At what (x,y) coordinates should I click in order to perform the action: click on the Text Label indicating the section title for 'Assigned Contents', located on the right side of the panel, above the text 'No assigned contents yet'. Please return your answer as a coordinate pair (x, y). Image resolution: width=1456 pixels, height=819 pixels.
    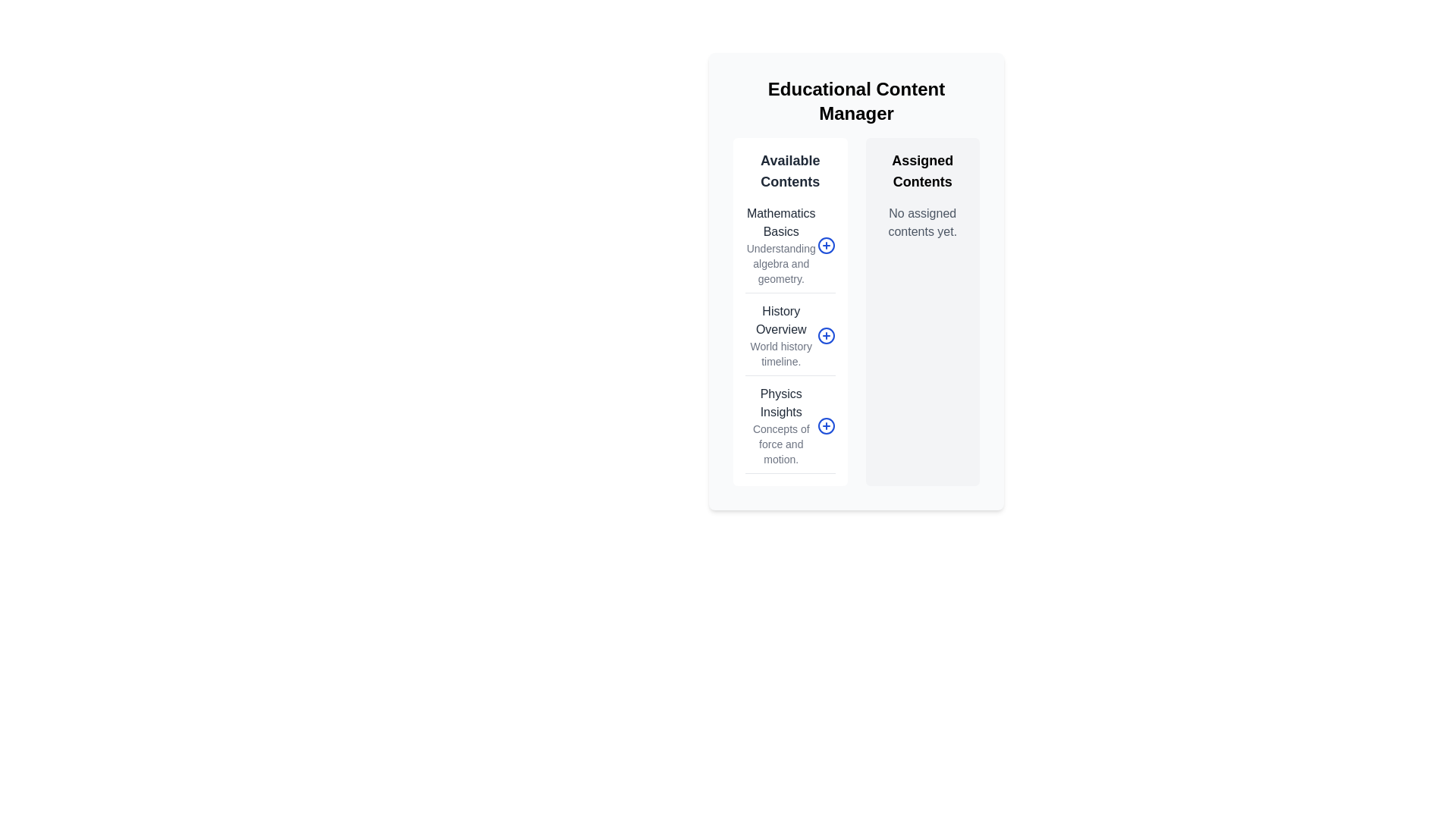
    Looking at the image, I should click on (921, 171).